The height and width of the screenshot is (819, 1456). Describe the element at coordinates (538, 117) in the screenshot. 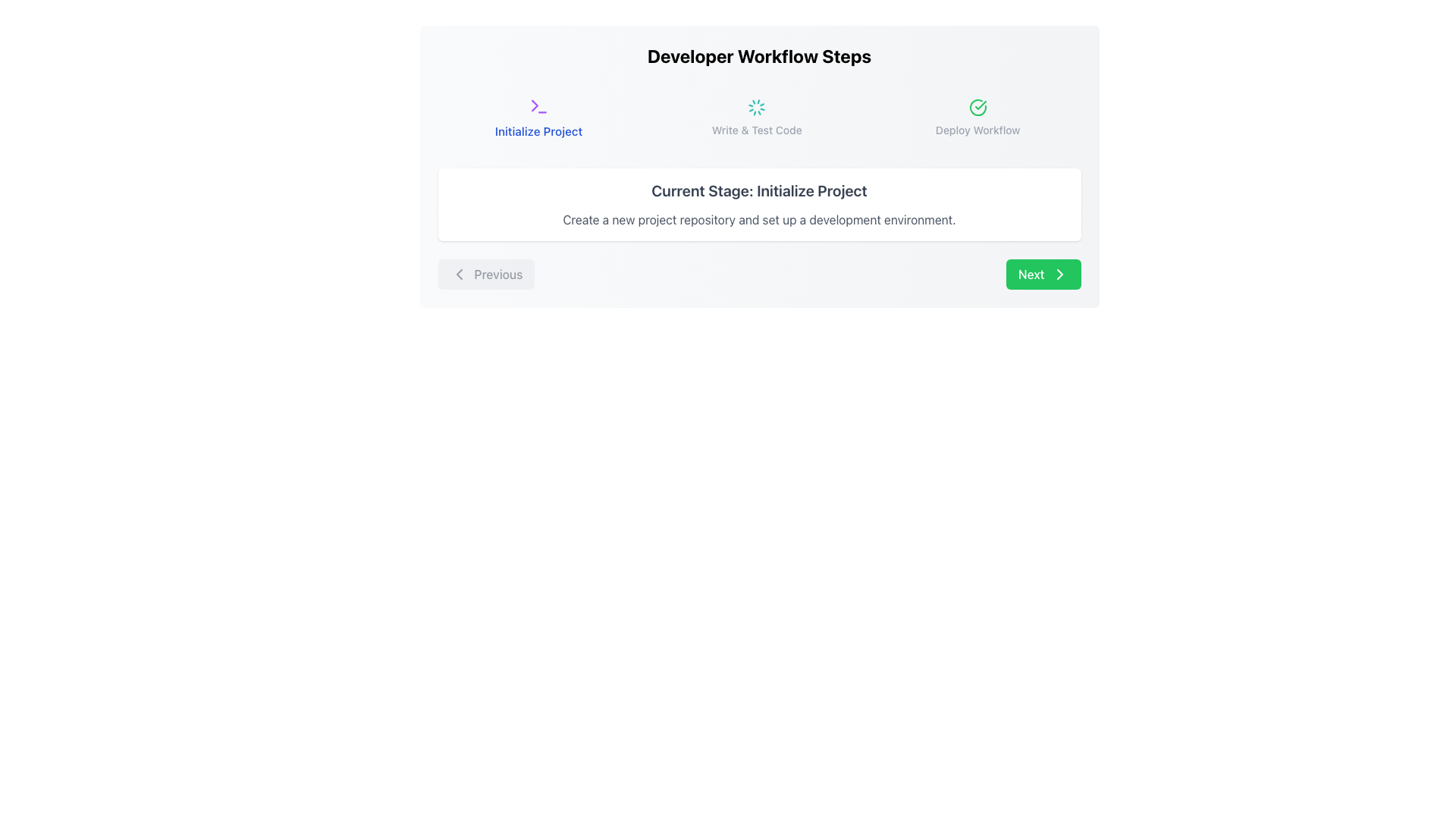

I see `the 'Initialize Project' step button in the workflow navigation bar, which is the leftmost button in the 'Developer Workflow Steps' section` at that location.